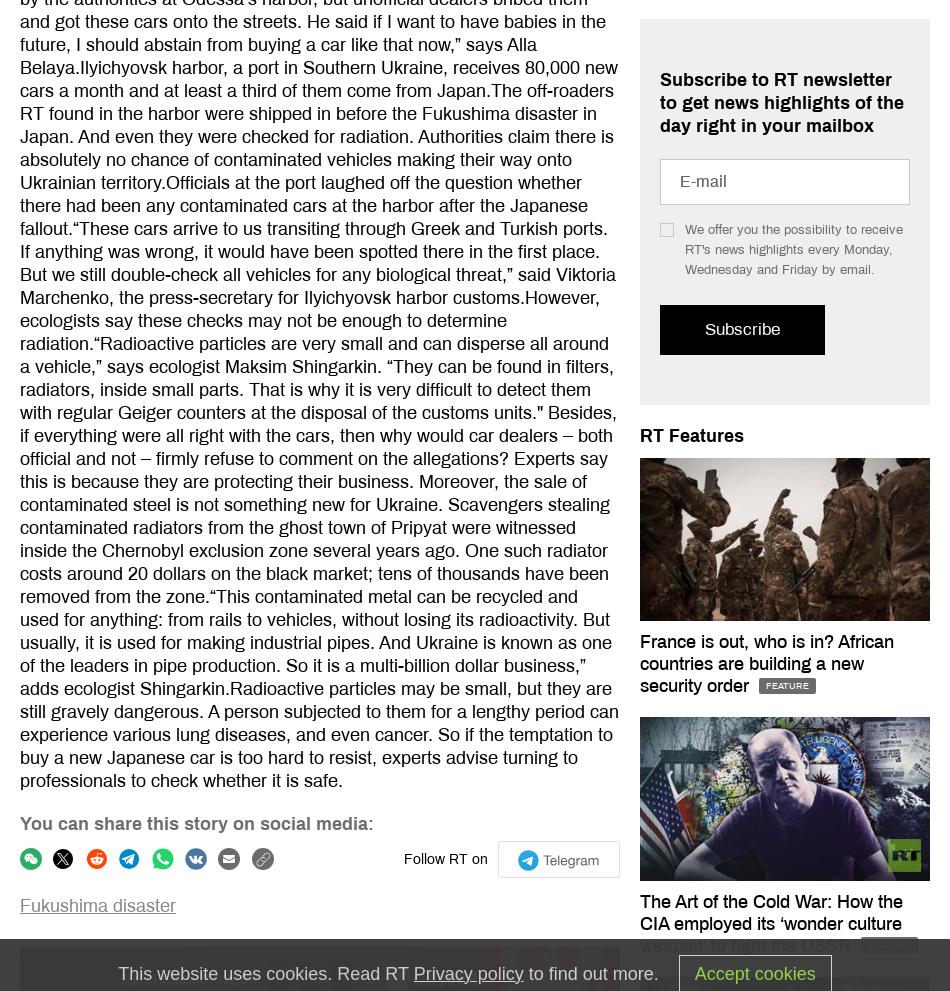  I want to click on 'Privacy policy', so click(411, 972).